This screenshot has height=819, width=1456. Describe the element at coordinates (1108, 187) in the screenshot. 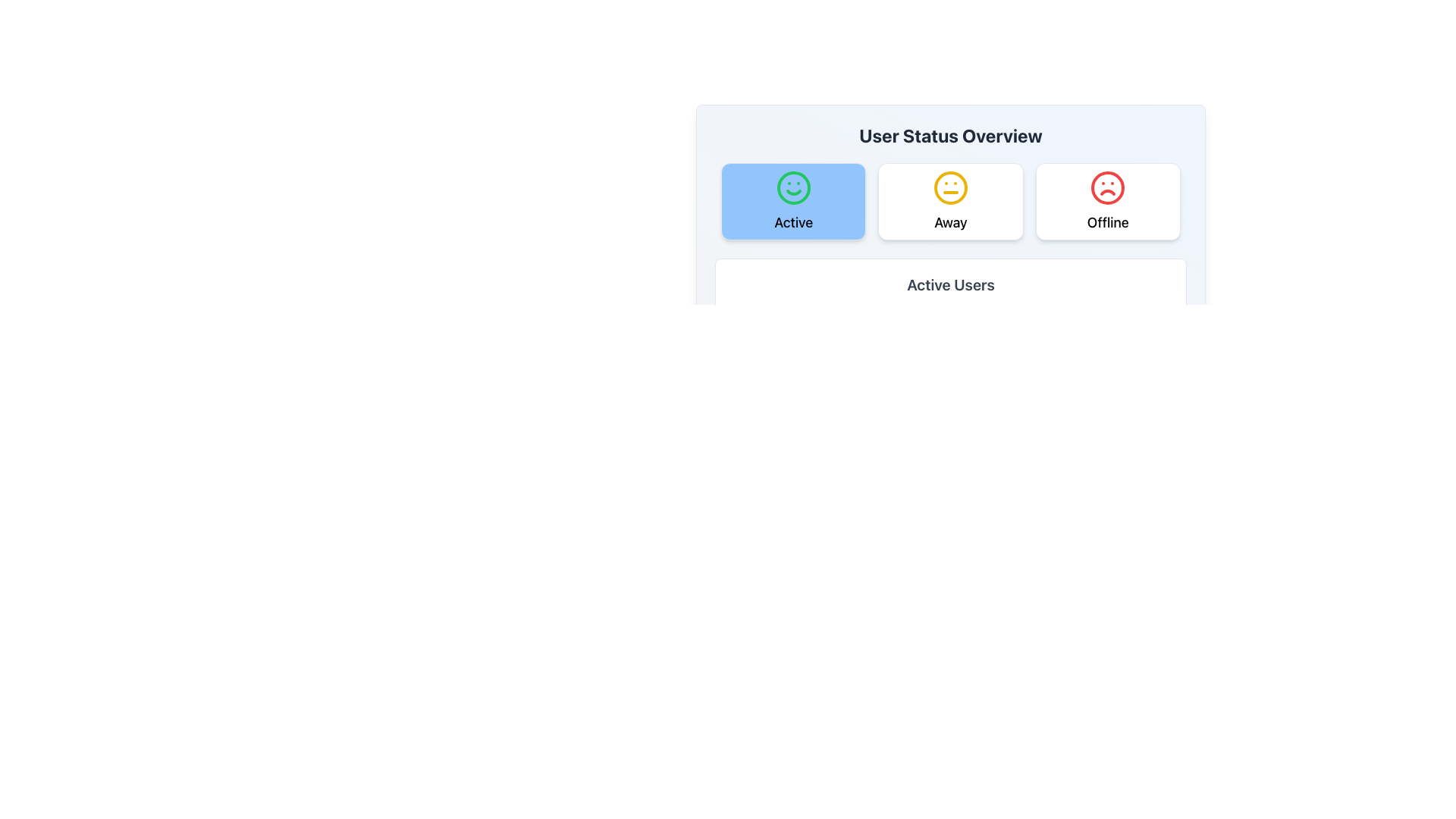

I see `the SVG Circle that serves as the boundary of the 'Offline' status icon, located in the rightmost card of the 'User Status Overview' section` at that location.